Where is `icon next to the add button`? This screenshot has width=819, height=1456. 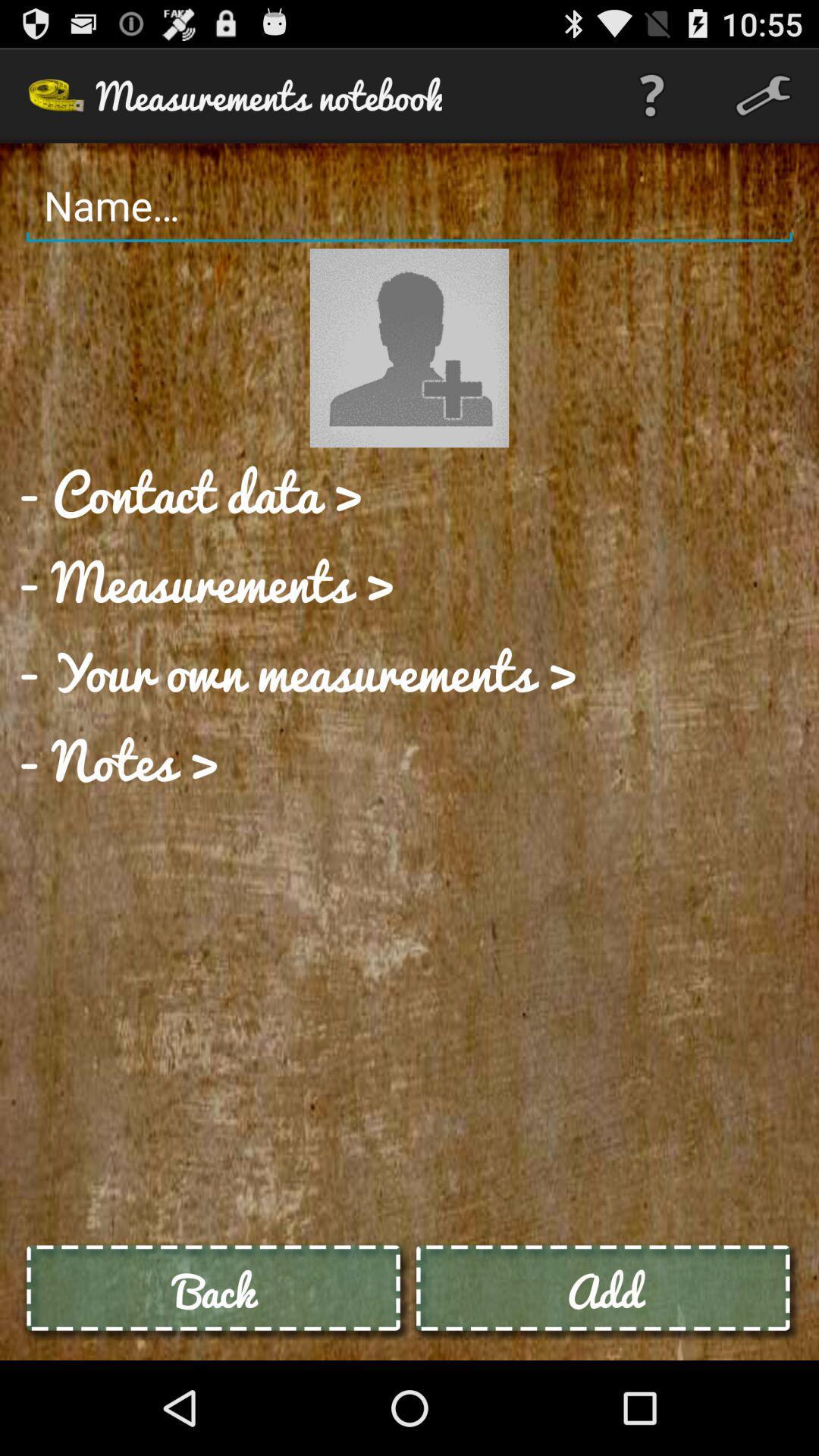
icon next to the add button is located at coordinates (215, 1290).